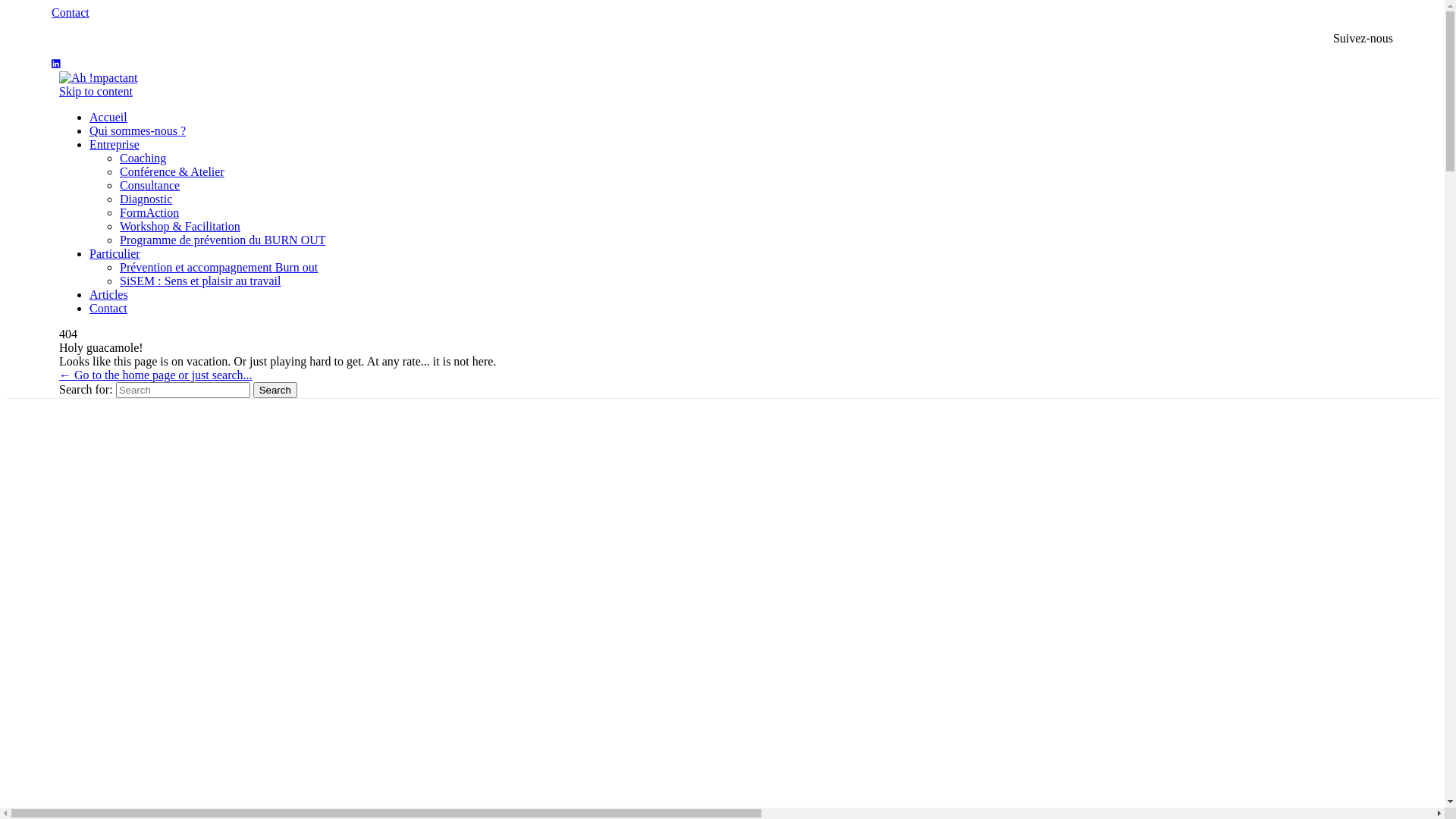  I want to click on 'SiSEM : Sens et plaisir au travail', so click(199, 281).